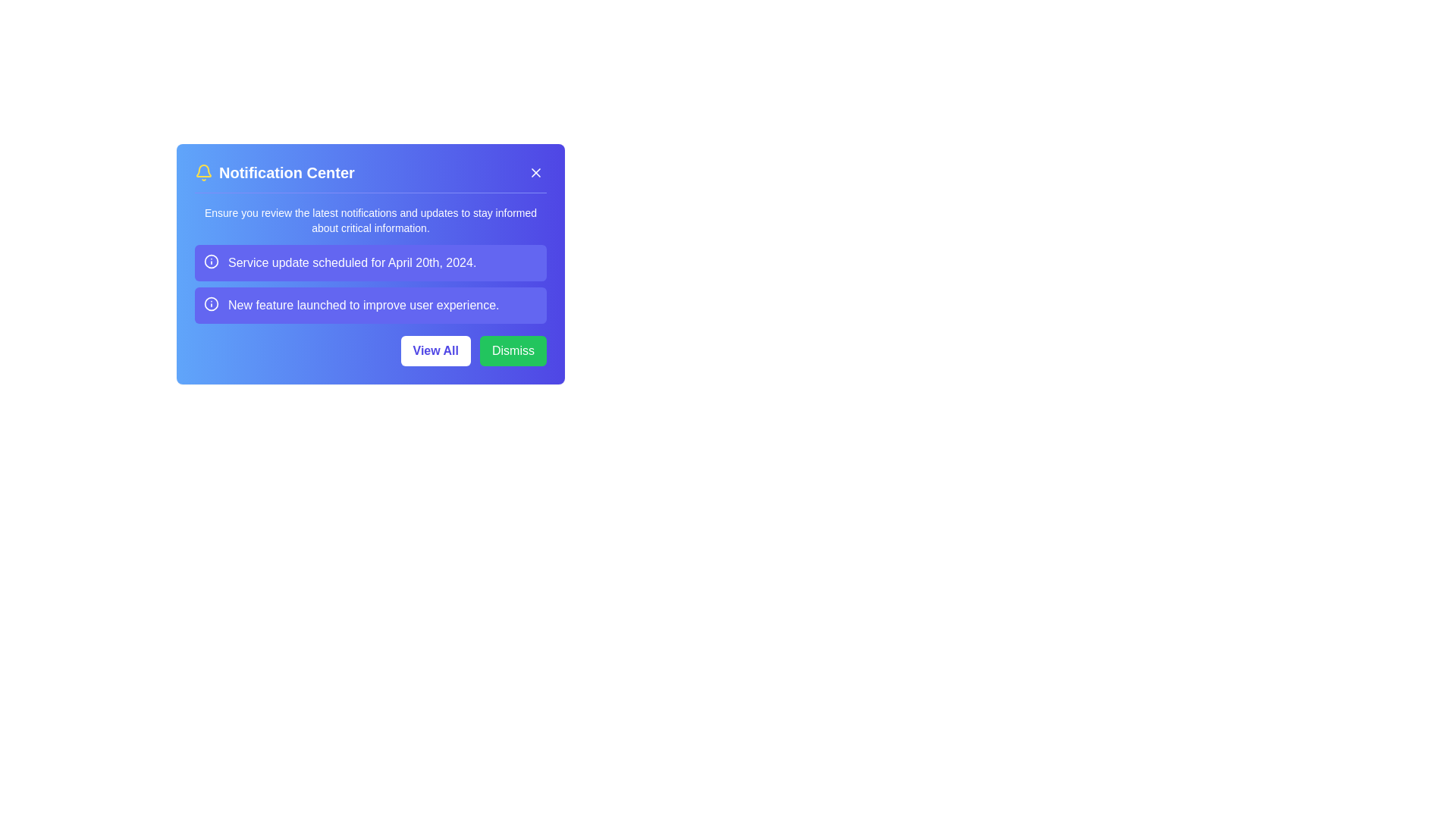  What do you see at coordinates (210, 260) in the screenshot?
I see `the circular info icon, which has a central dot and a stroke outline, styled in white against a colored background, located to the left of the notification bar with the text 'Service update scheduled for April 20th, 2024.'` at bounding box center [210, 260].